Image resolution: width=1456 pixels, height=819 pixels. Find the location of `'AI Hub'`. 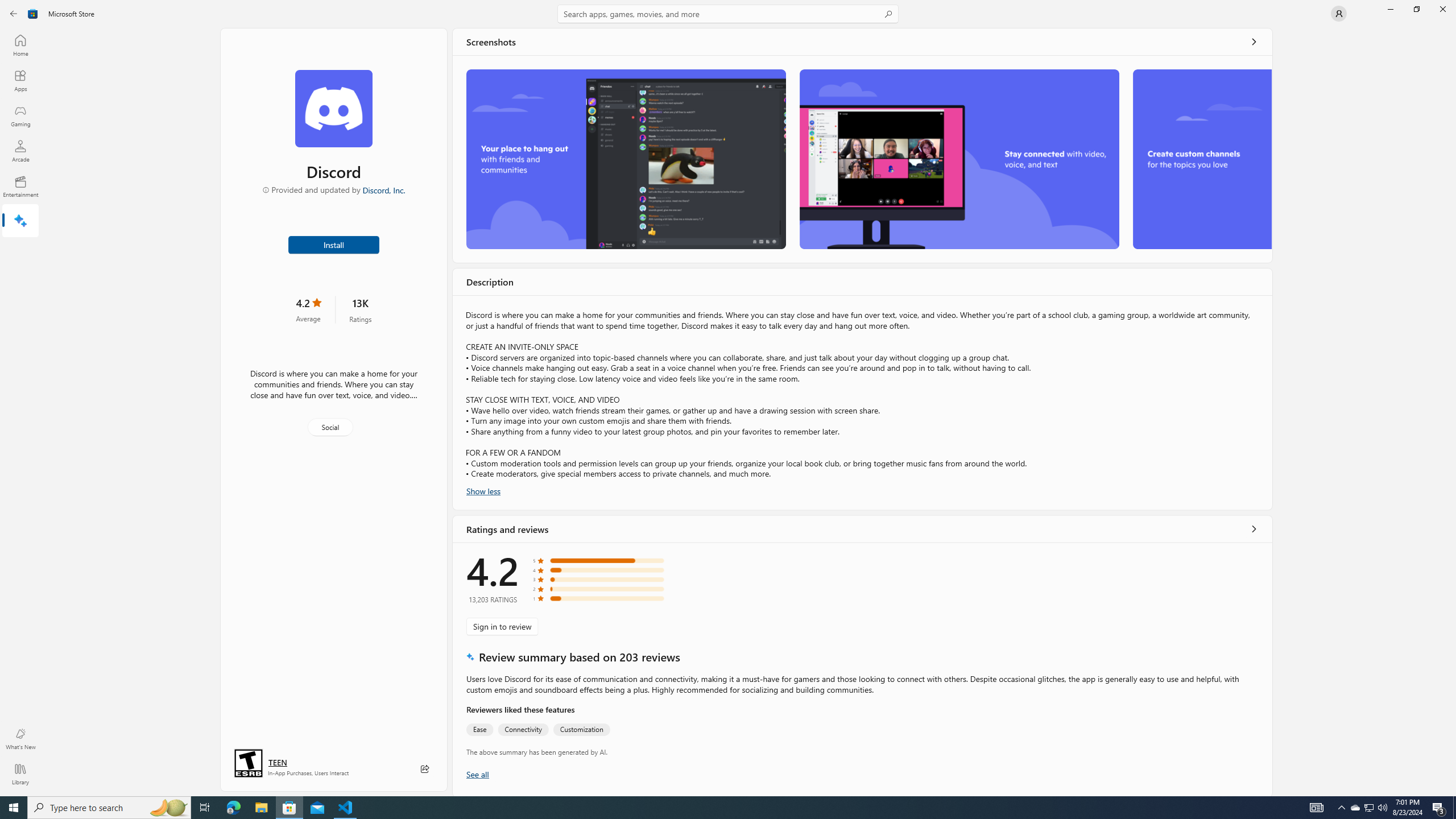

'AI Hub' is located at coordinates (19, 221).